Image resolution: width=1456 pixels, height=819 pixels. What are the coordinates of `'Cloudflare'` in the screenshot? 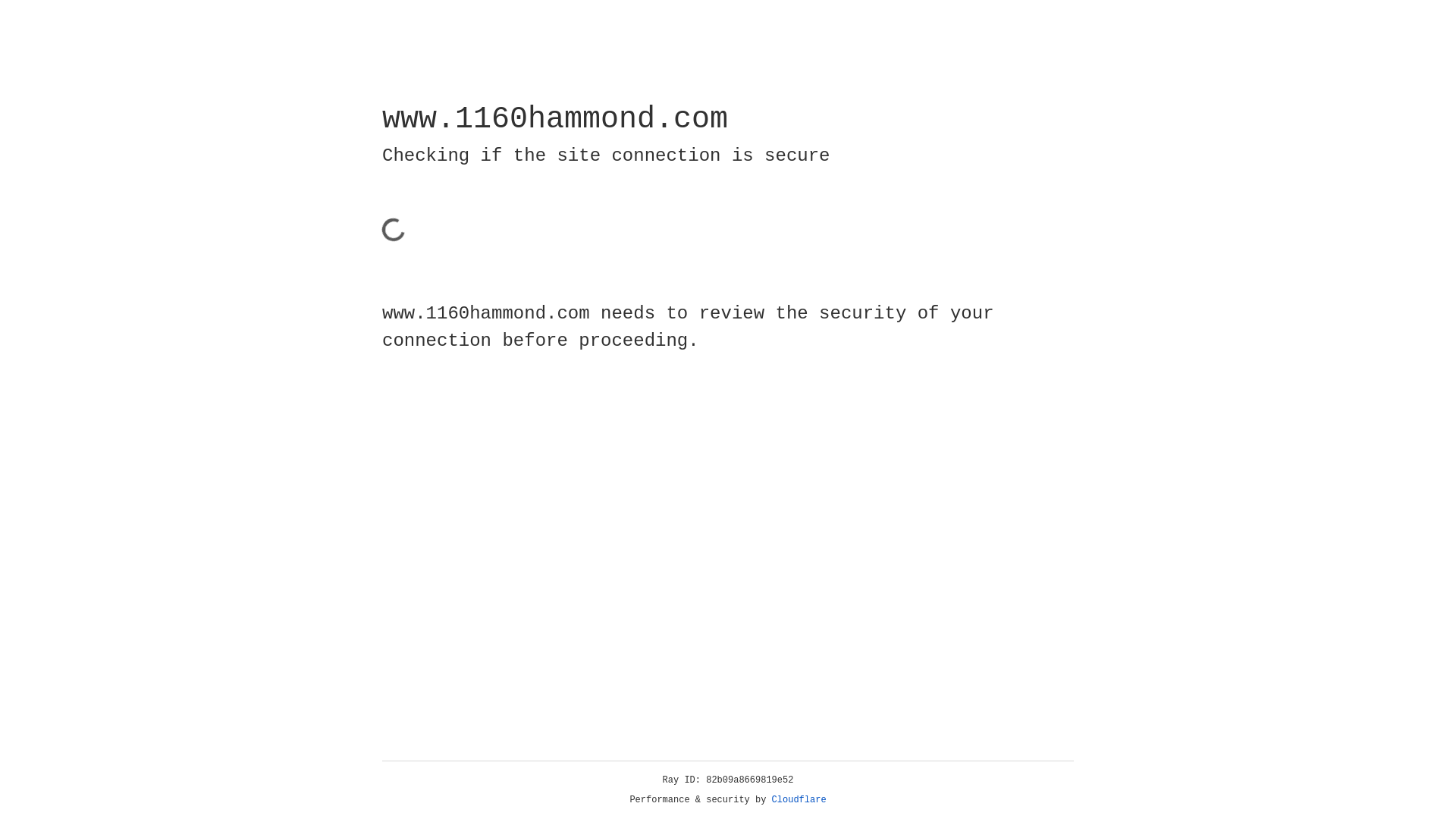 It's located at (799, 799).